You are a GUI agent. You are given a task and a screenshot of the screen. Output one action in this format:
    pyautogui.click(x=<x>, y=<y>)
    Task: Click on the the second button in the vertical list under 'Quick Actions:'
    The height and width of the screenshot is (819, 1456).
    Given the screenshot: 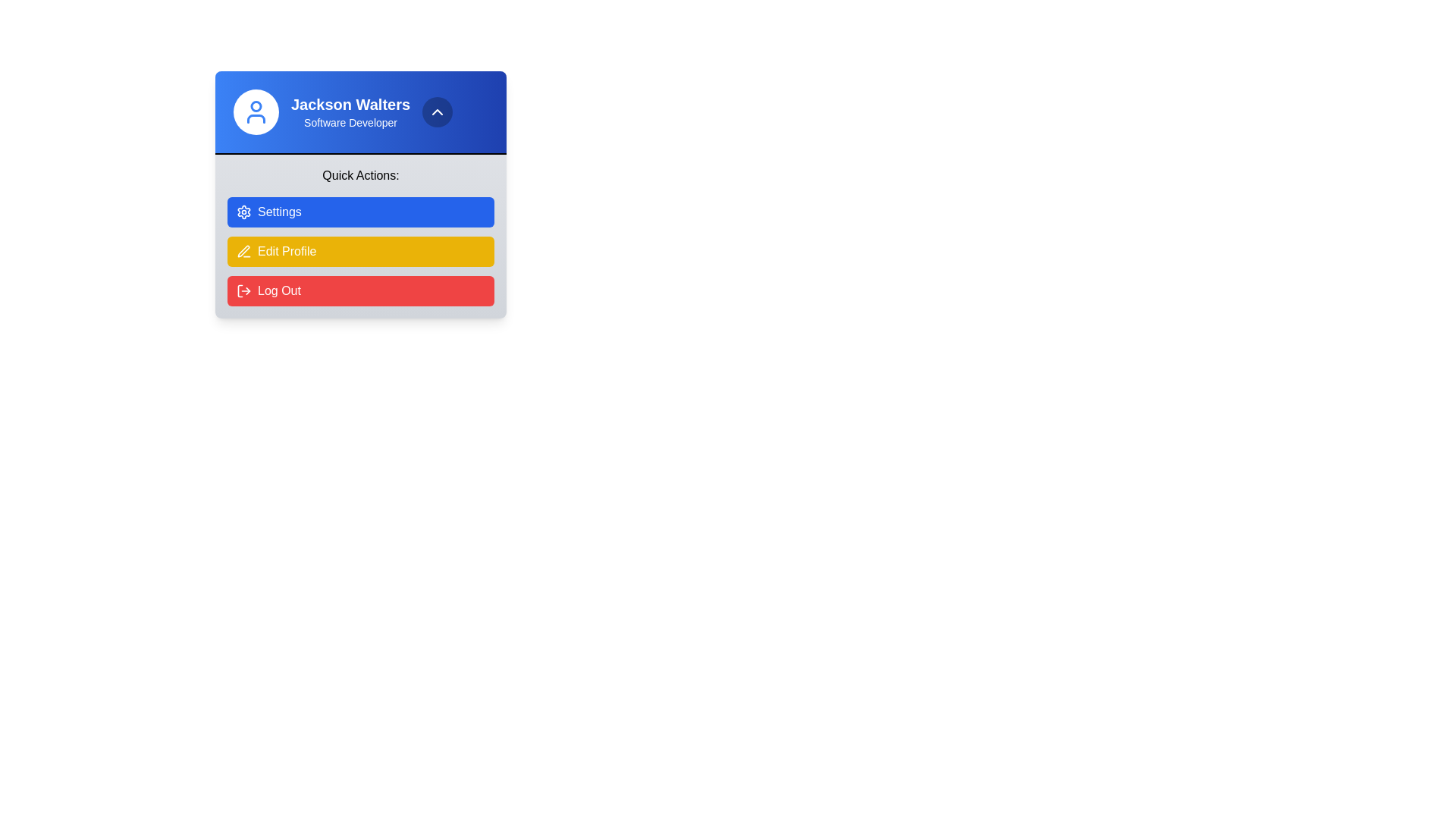 What is the action you would take?
    pyautogui.click(x=359, y=250)
    